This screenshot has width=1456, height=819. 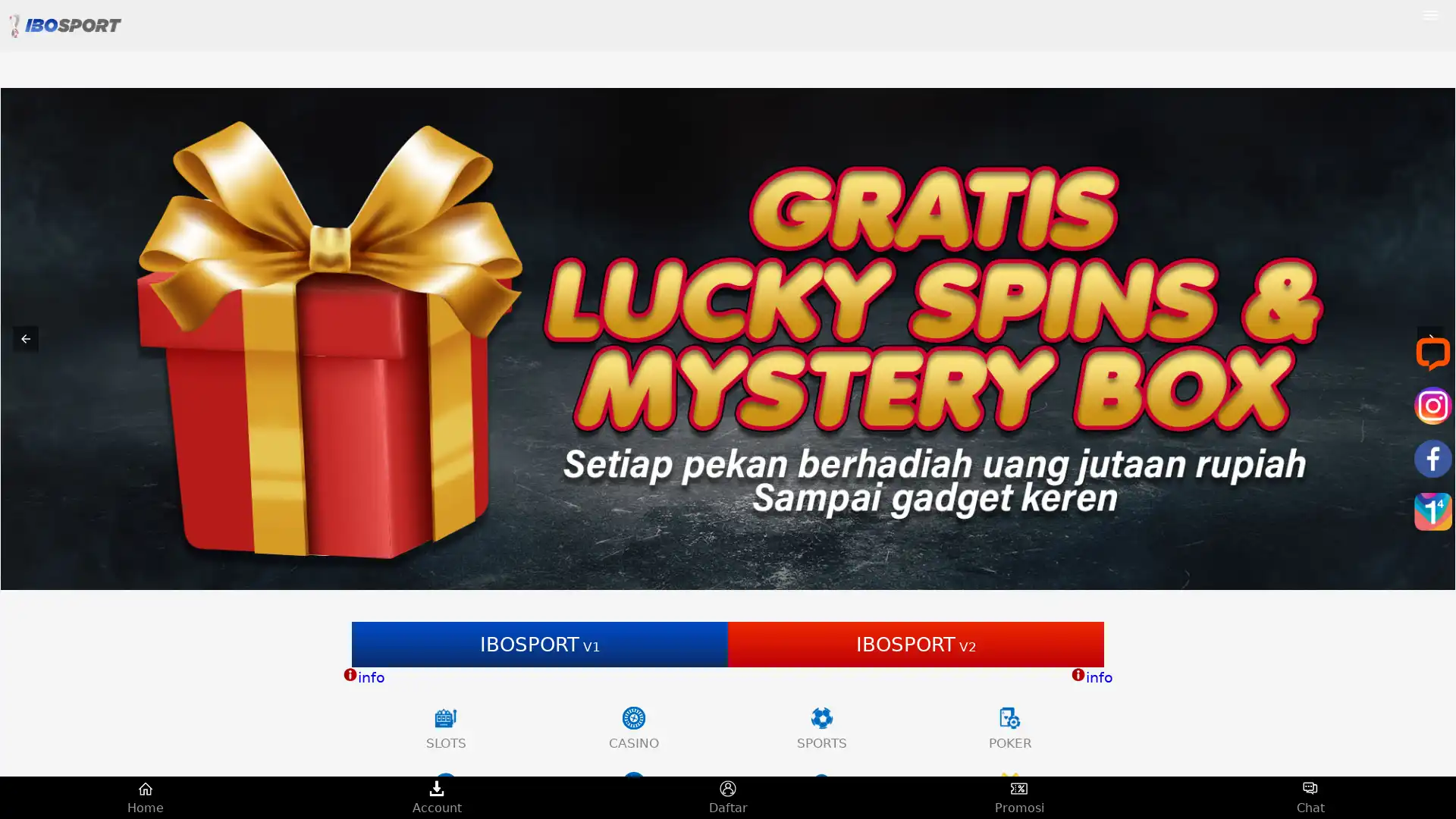 I want to click on Next item in carousel (5 of 5), so click(x=1429, y=338).